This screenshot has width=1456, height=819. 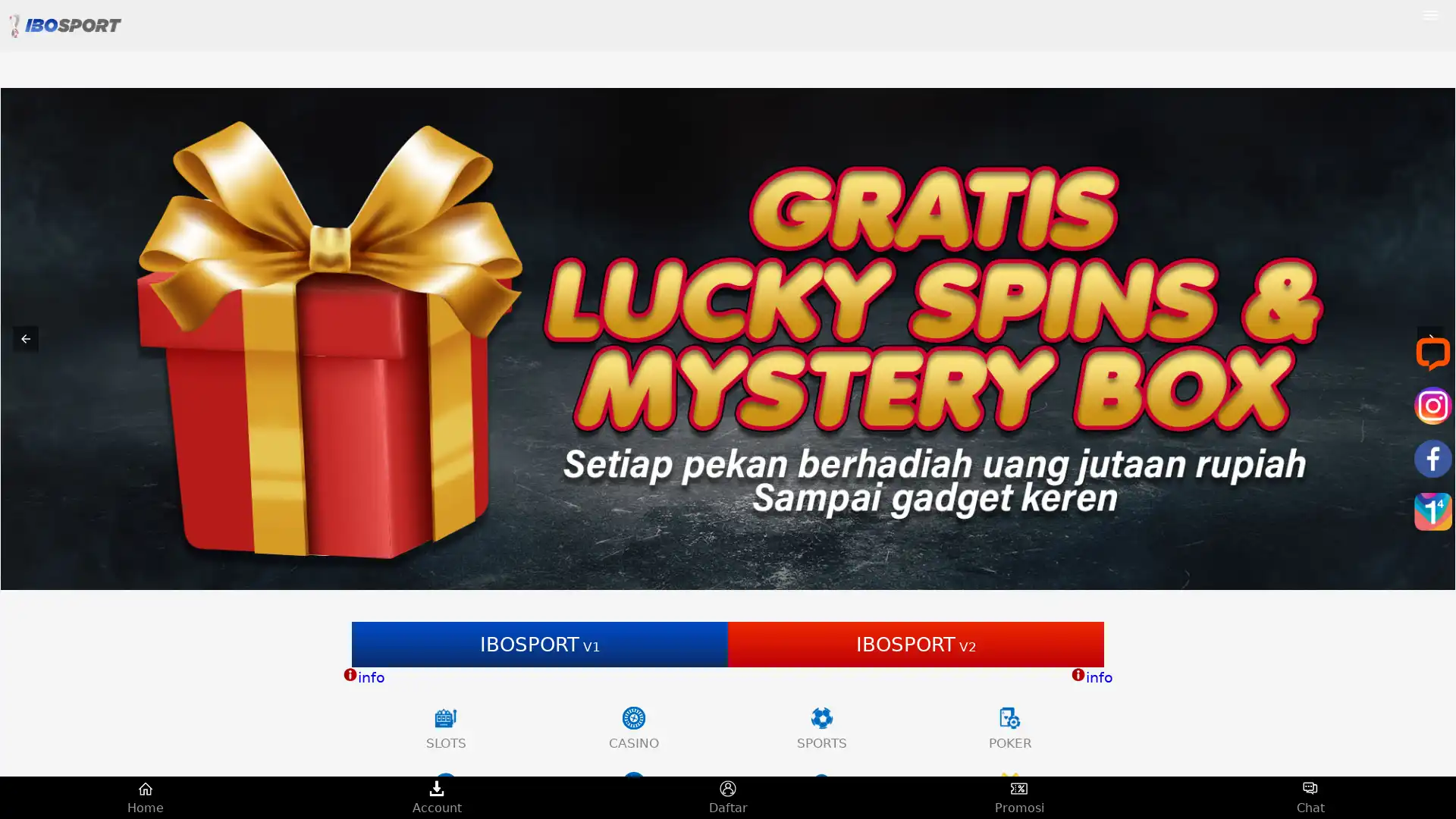 I want to click on Next item in carousel (5 of 5), so click(x=1429, y=338).